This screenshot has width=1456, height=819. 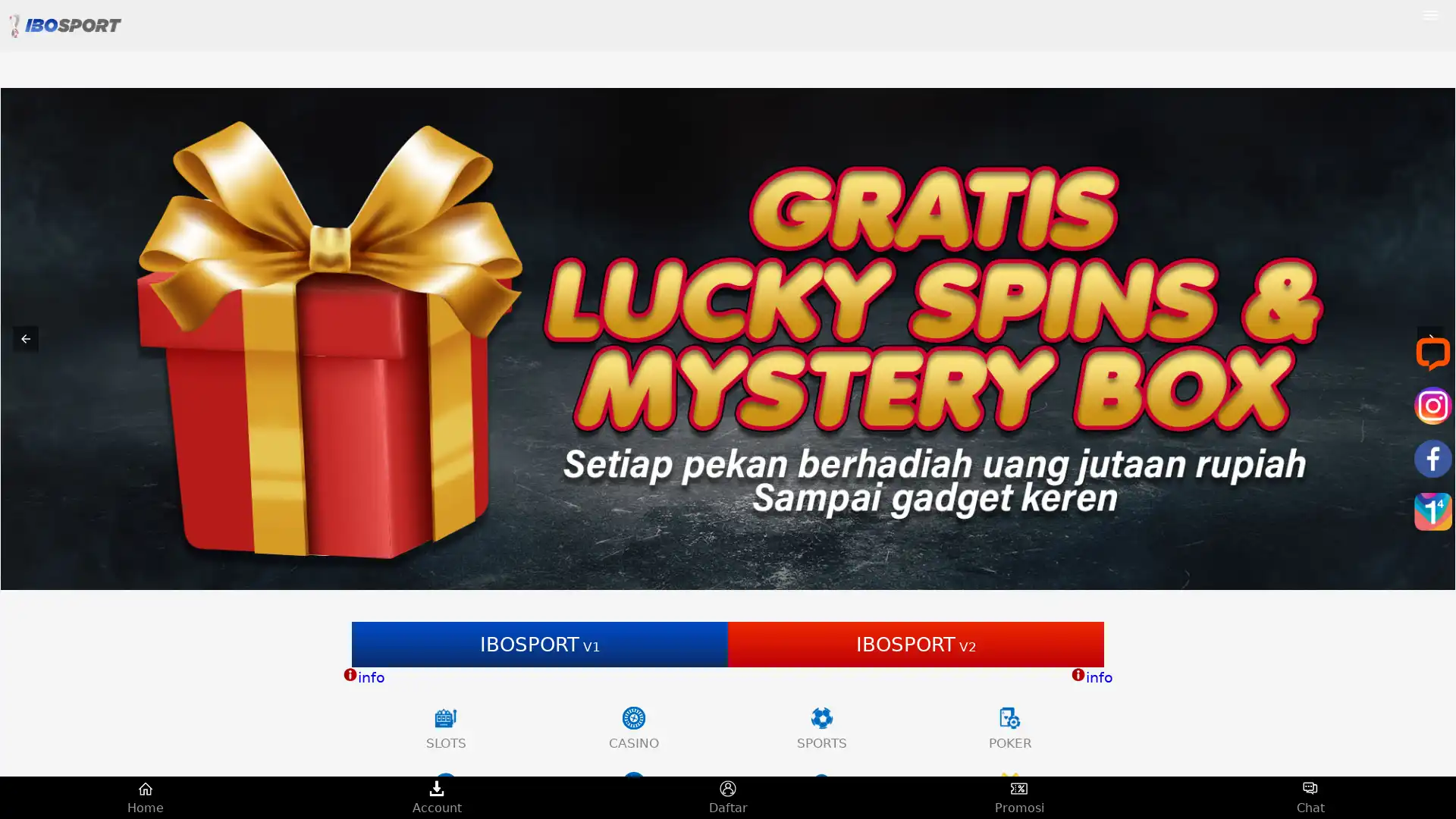 I want to click on Next item in carousel (5 of 5), so click(x=1429, y=338).